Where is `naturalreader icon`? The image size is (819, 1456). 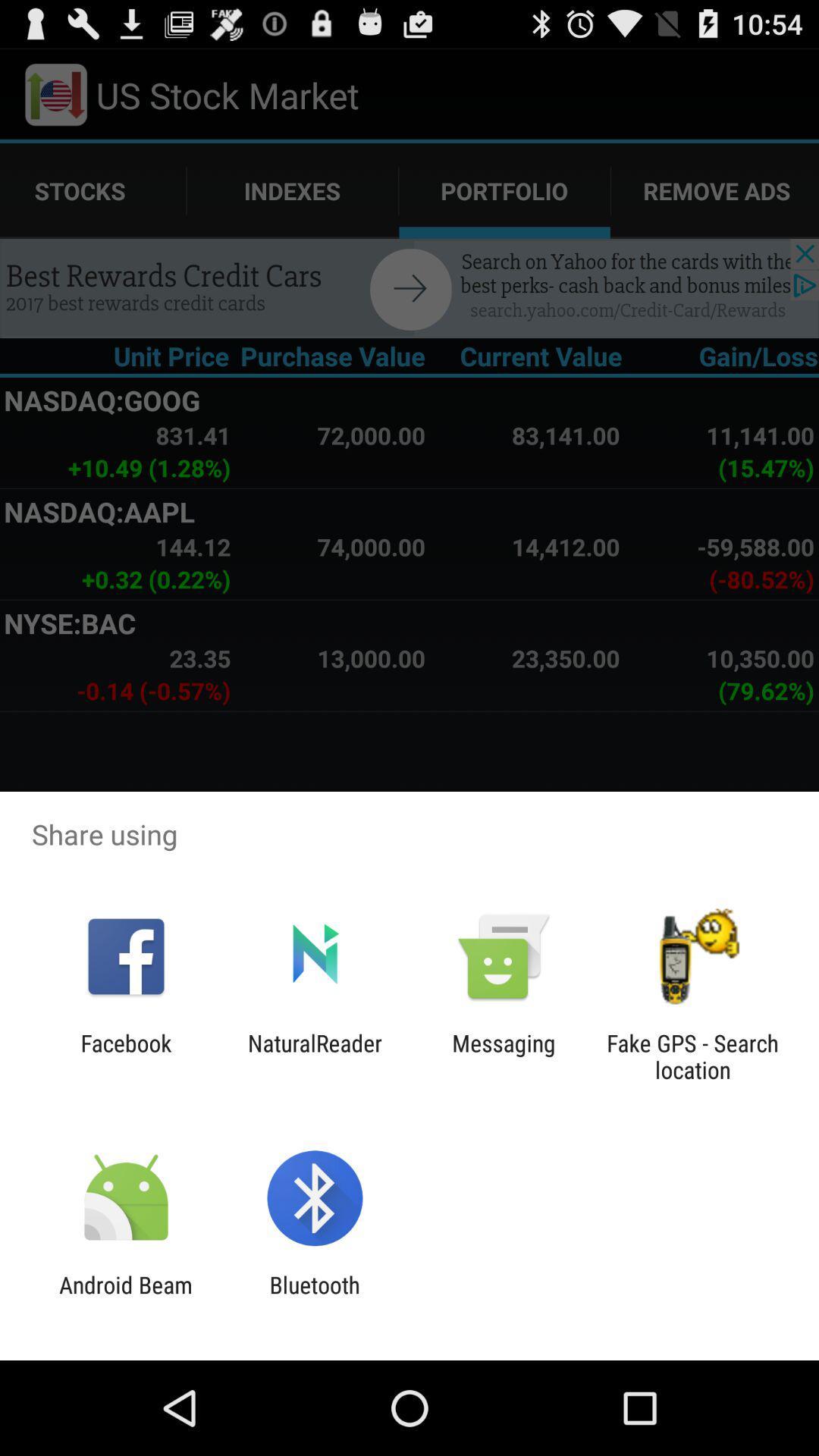
naturalreader icon is located at coordinates (314, 1056).